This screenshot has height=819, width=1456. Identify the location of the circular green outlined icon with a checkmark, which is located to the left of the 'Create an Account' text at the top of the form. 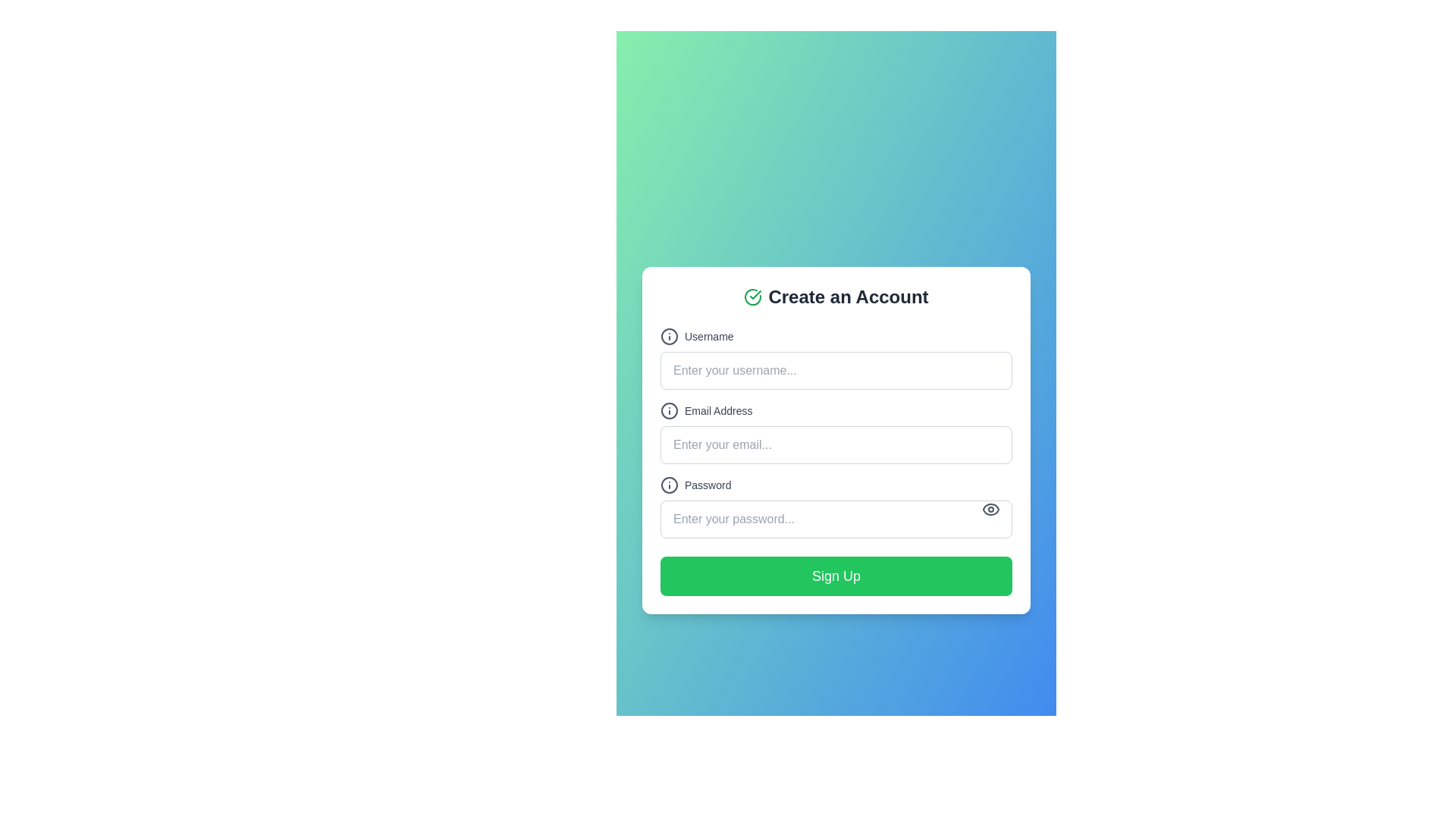
(753, 297).